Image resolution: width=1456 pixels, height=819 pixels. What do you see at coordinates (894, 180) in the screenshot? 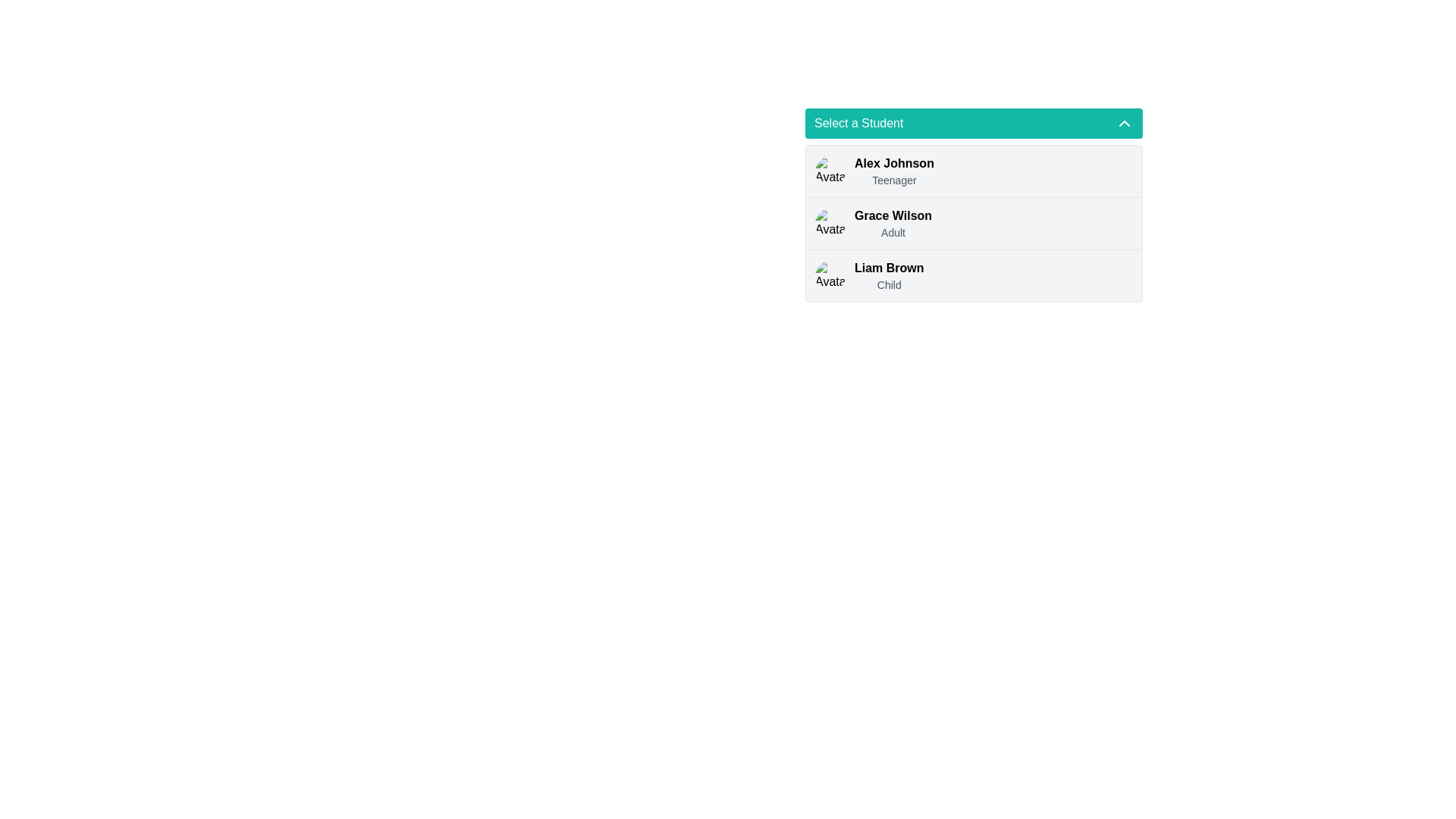
I see `the text label displaying 'Teenager', which is located directly beneath 'Alex Johnson' in the dropdown list of selectable students` at bounding box center [894, 180].